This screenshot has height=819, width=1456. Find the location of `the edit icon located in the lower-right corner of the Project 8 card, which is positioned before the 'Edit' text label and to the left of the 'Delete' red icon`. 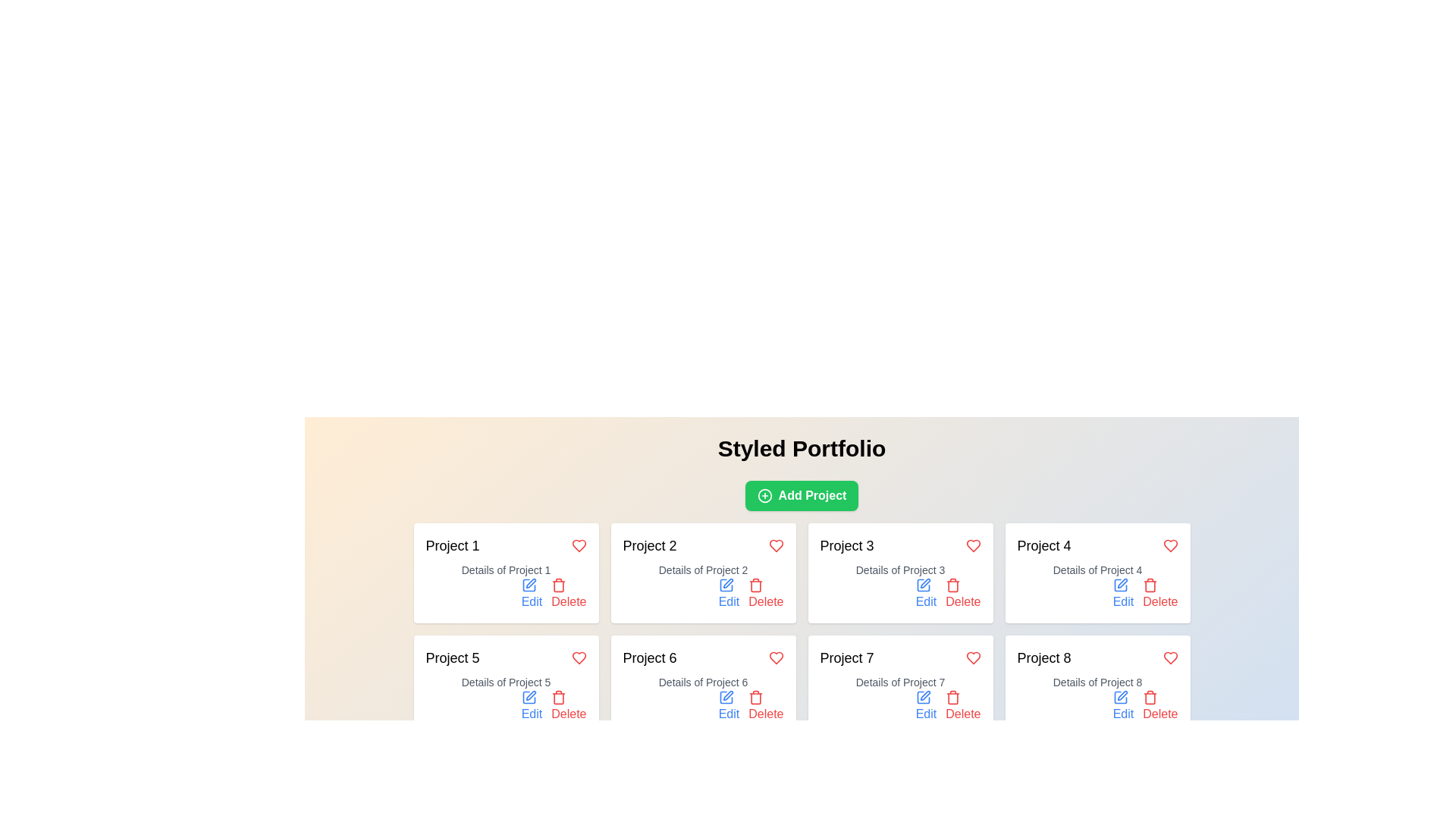

the edit icon located in the lower-right corner of the Project 8 card, which is positioned before the 'Edit' text label and to the left of the 'Delete' red icon is located at coordinates (1120, 698).